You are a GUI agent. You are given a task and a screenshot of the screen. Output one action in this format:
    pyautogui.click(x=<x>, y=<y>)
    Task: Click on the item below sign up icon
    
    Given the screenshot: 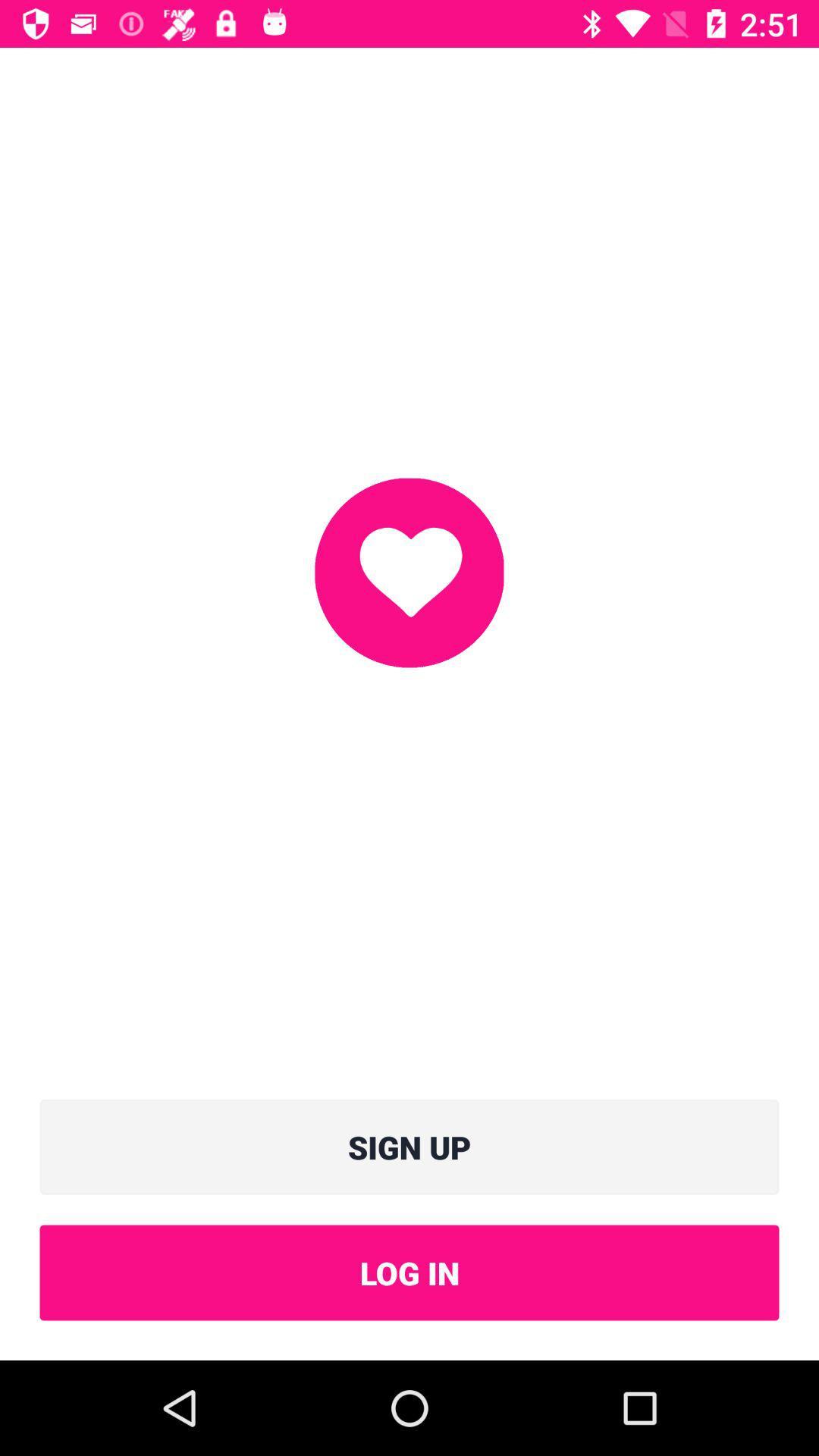 What is the action you would take?
    pyautogui.click(x=409, y=1272)
    